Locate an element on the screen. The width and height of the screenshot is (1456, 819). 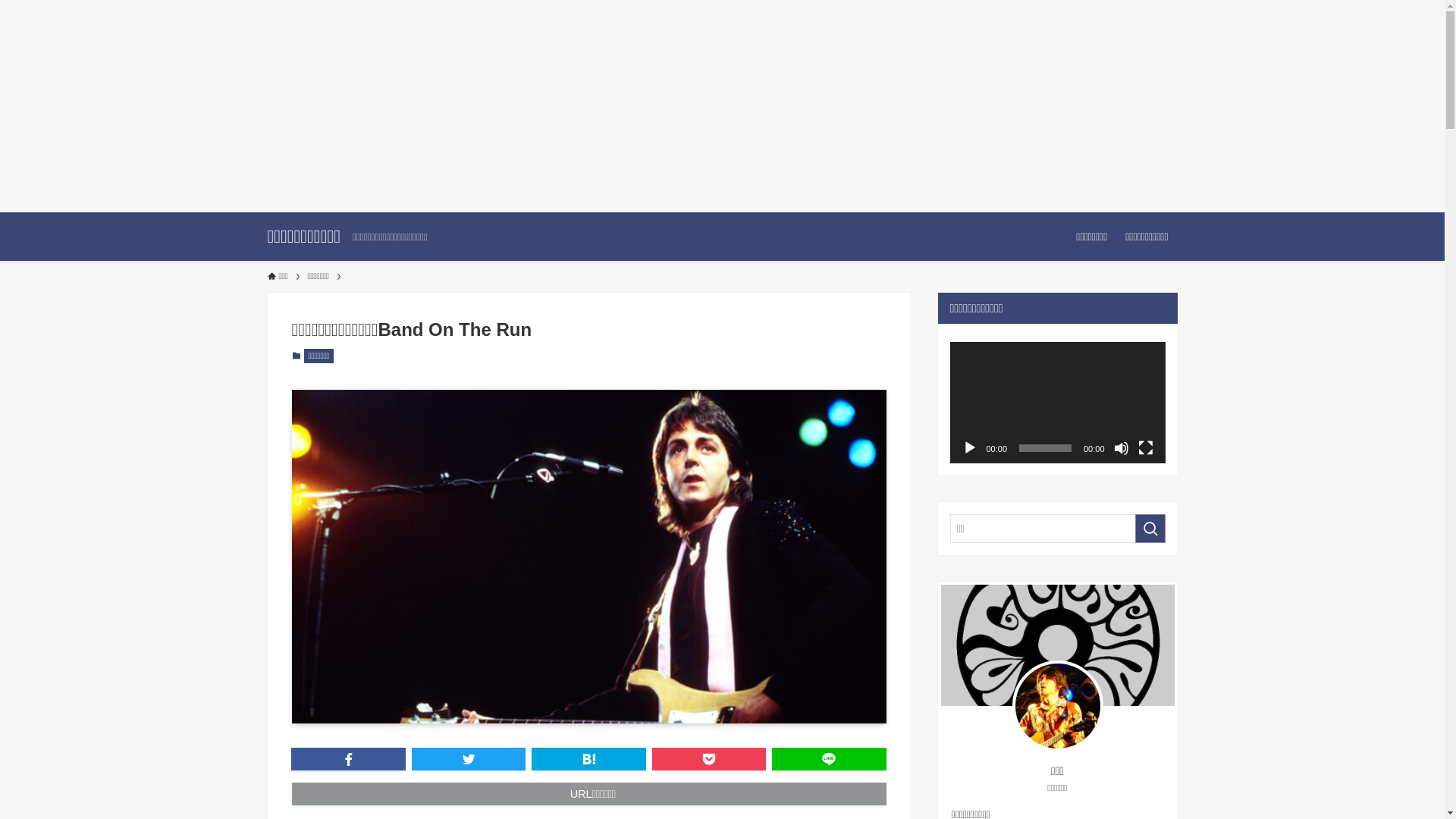
'search' is located at coordinates (1150, 528).